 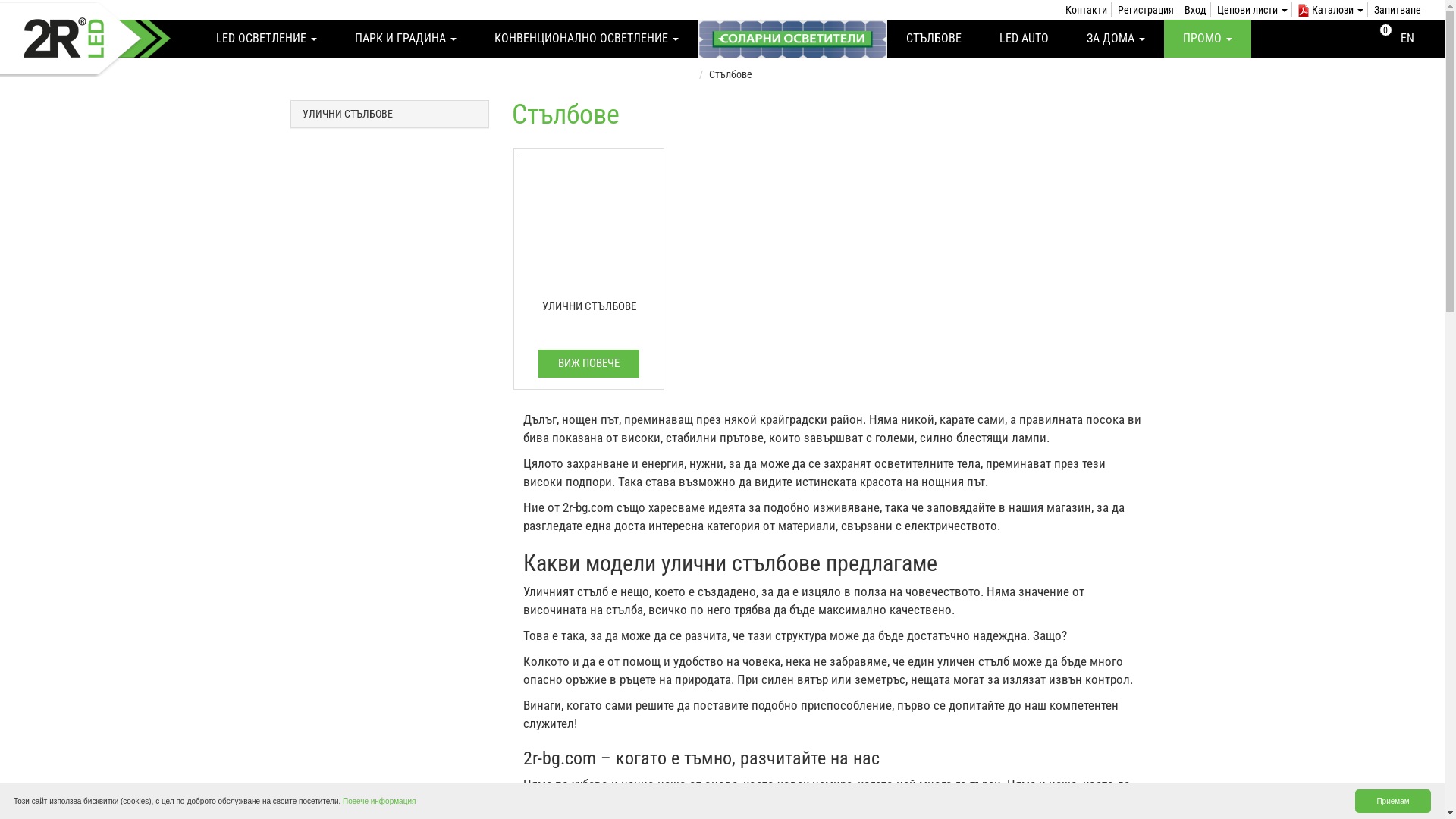 I want to click on 'LED AUTO', so click(x=1024, y=37).